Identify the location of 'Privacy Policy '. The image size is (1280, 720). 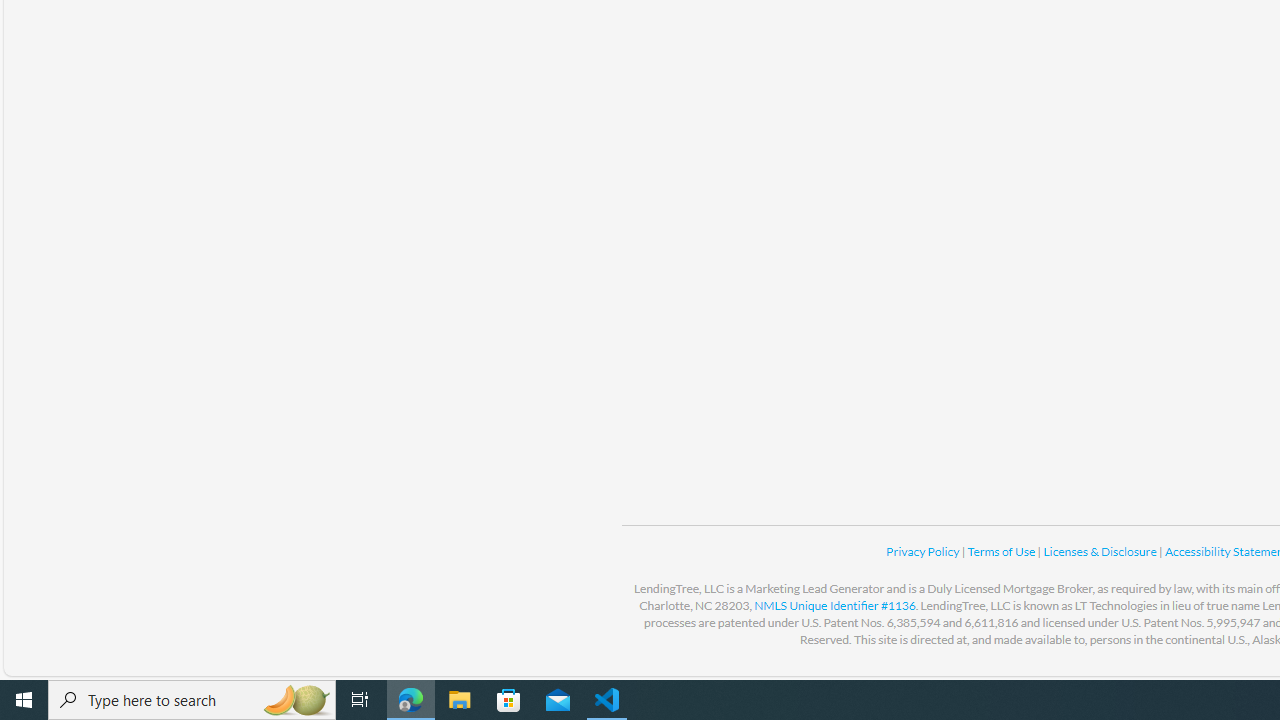
(923, 551).